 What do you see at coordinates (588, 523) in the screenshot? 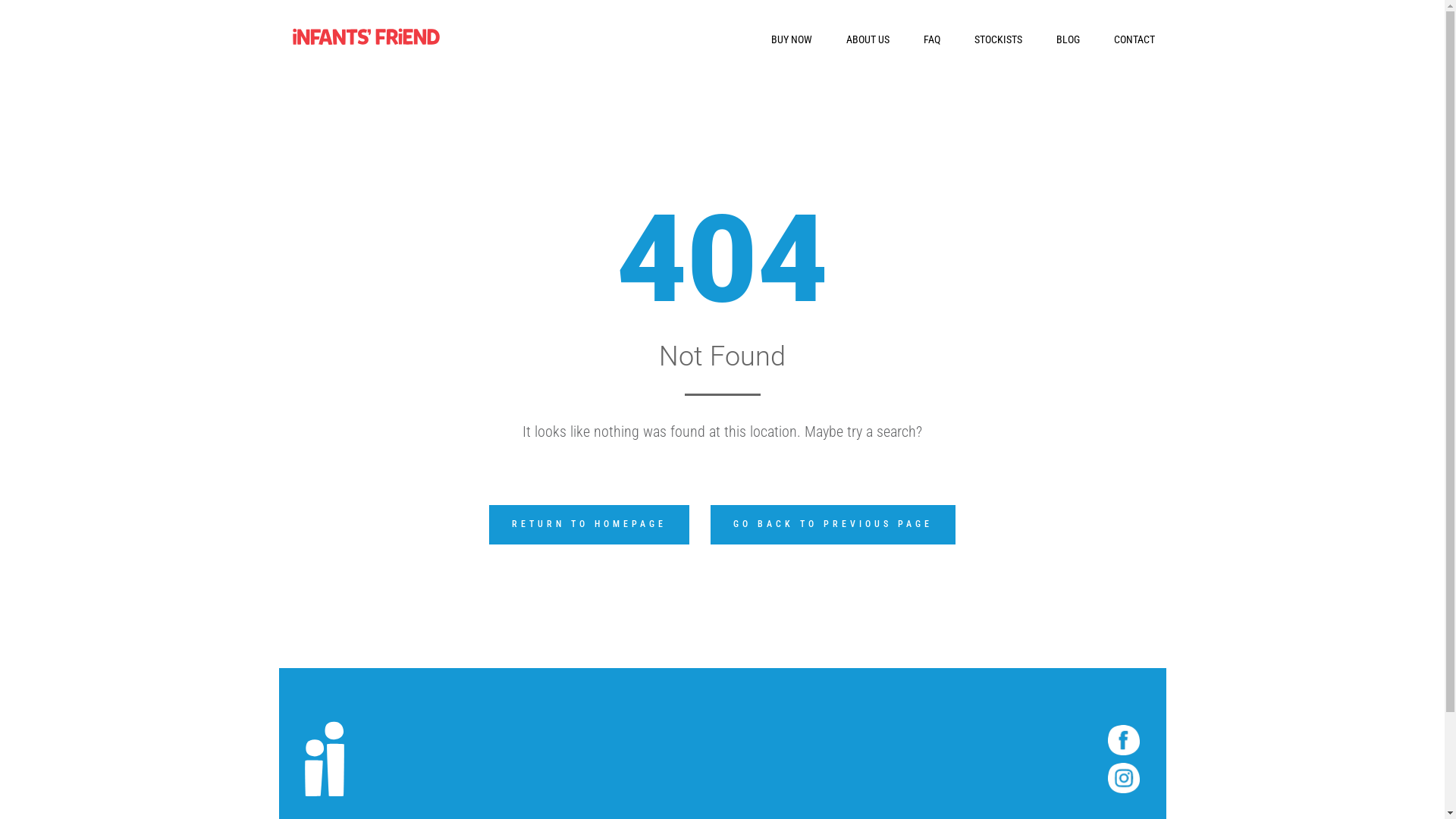
I see `'RETURN TO HOMEPAGE'` at bounding box center [588, 523].